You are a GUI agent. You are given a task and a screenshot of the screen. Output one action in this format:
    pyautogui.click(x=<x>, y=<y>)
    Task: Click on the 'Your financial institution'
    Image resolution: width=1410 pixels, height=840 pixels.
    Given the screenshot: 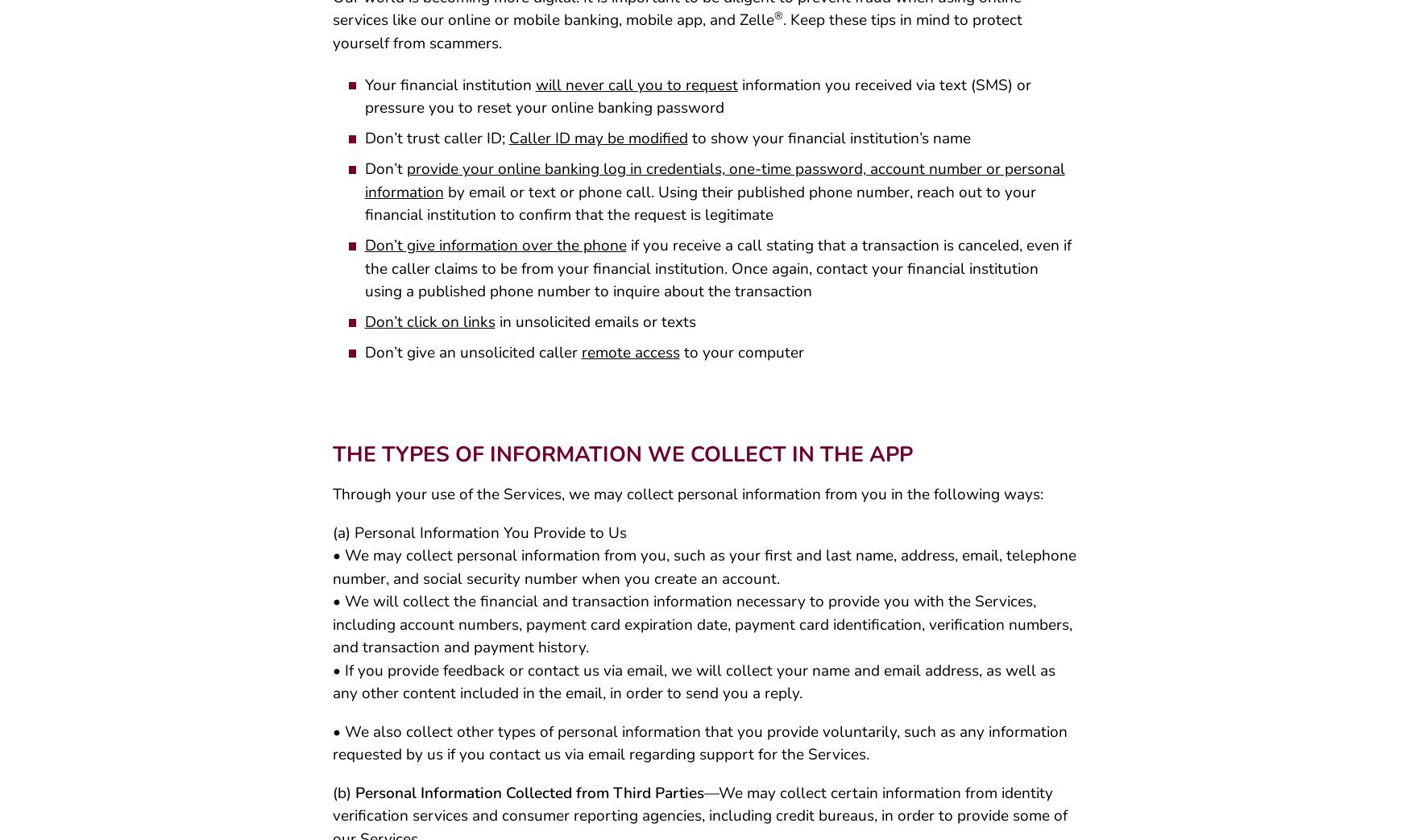 What is the action you would take?
    pyautogui.click(x=449, y=90)
    